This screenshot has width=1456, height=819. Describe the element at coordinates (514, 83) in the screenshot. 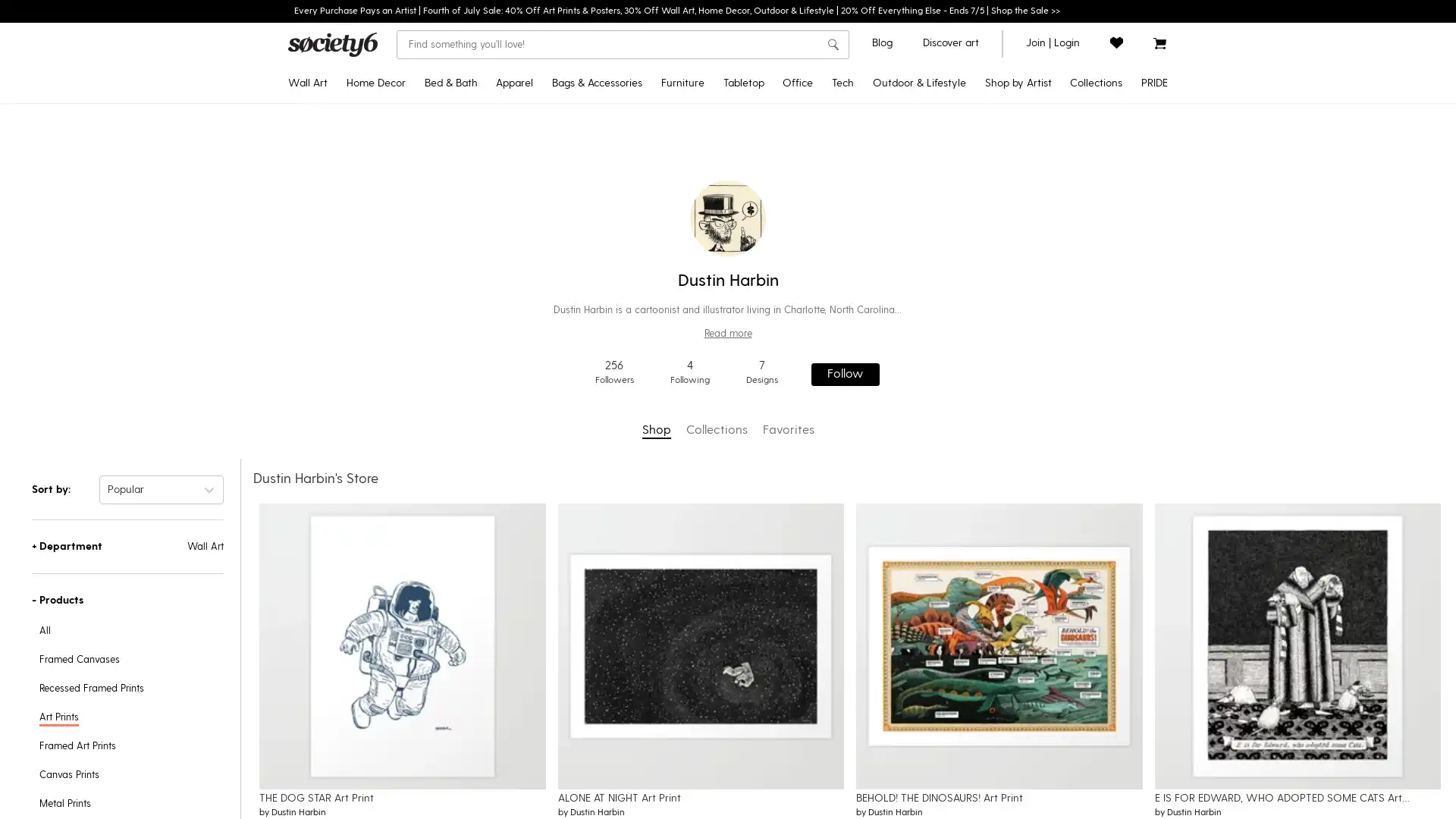

I see `Apparel` at that location.